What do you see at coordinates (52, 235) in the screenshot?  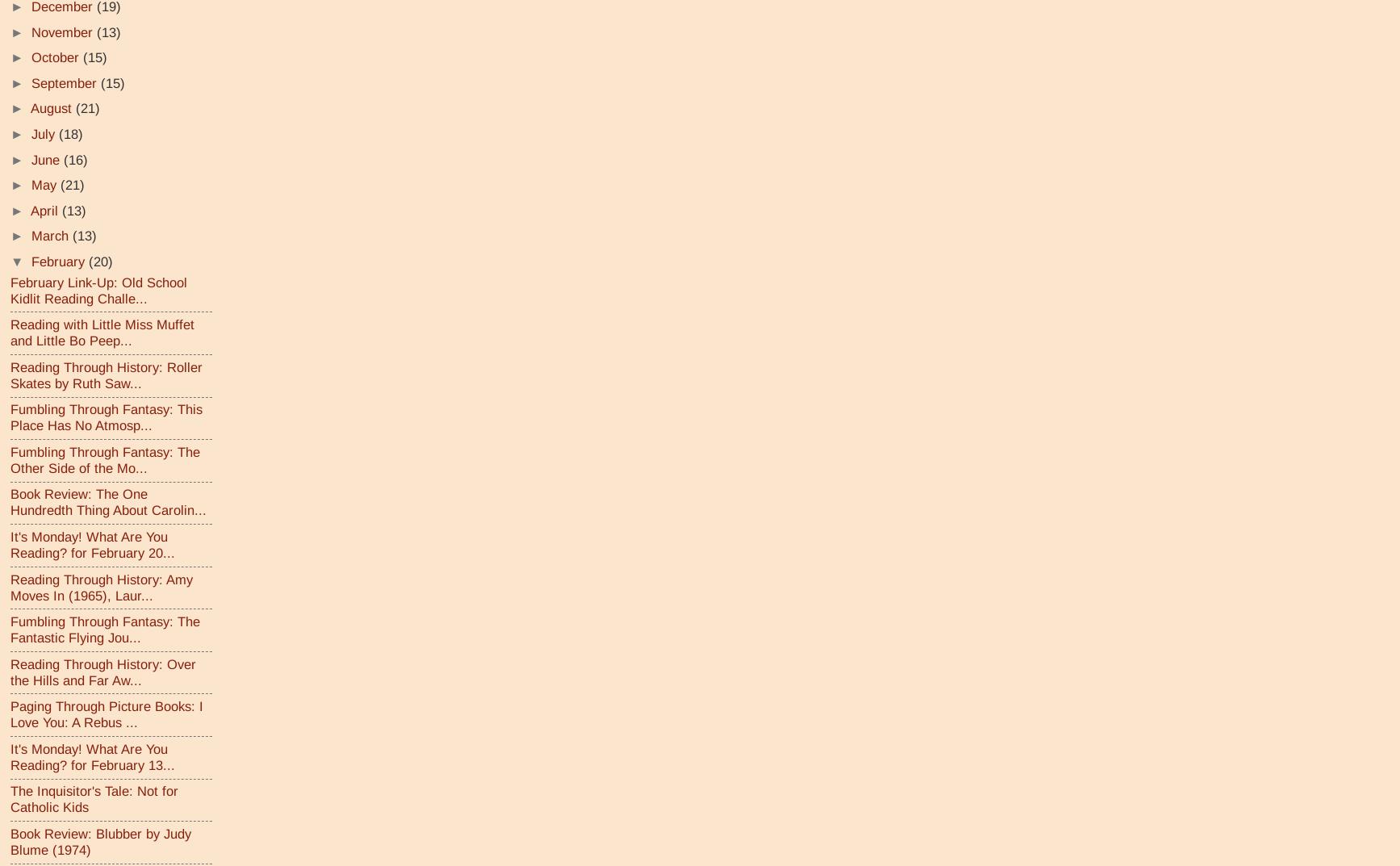 I see `'March'` at bounding box center [52, 235].